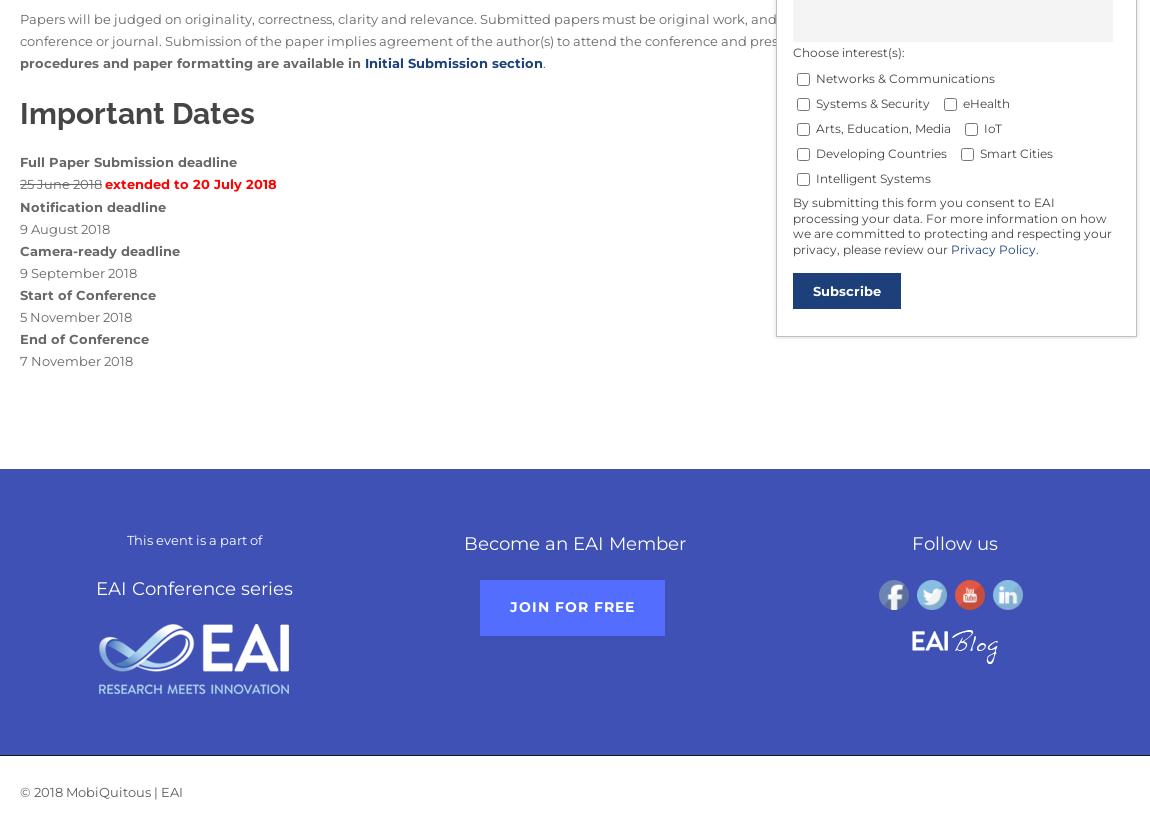  What do you see at coordinates (573, 543) in the screenshot?
I see `'Become an EAI Member'` at bounding box center [573, 543].